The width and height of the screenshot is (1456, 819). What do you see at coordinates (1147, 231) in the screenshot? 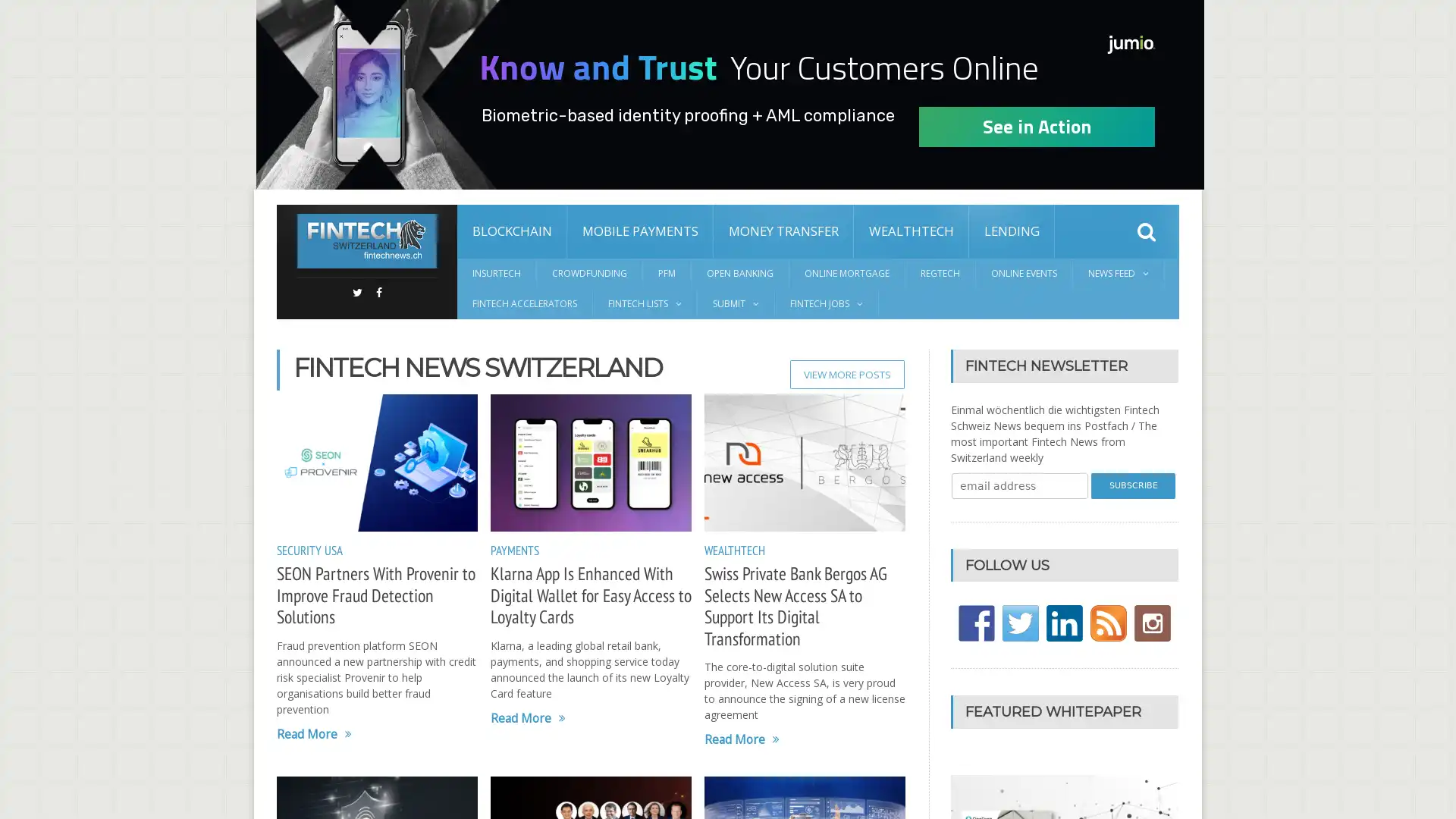
I see `Search` at bounding box center [1147, 231].